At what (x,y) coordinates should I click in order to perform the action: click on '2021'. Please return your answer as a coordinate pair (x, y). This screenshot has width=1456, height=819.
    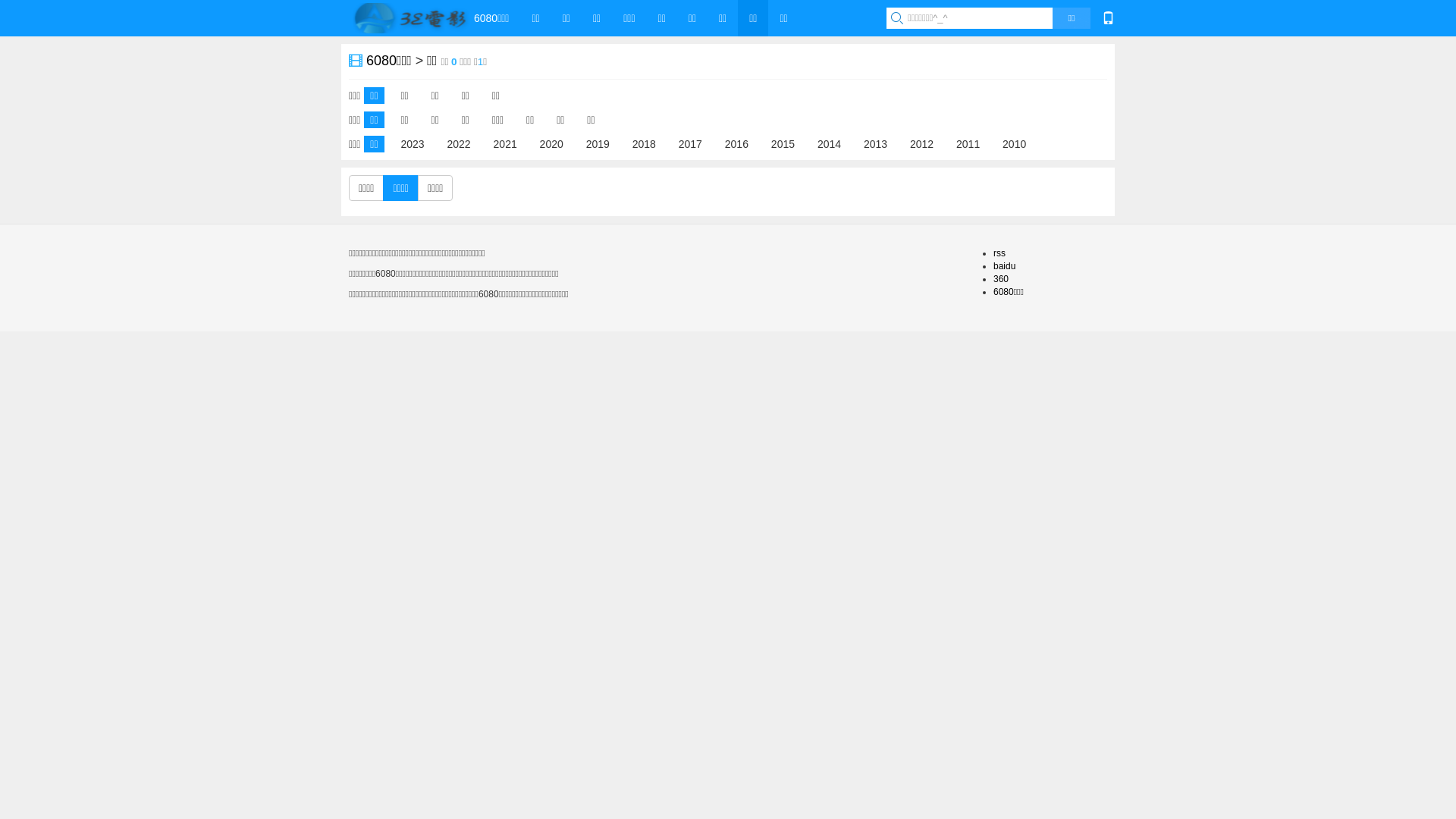
    Looking at the image, I should click on (488, 143).